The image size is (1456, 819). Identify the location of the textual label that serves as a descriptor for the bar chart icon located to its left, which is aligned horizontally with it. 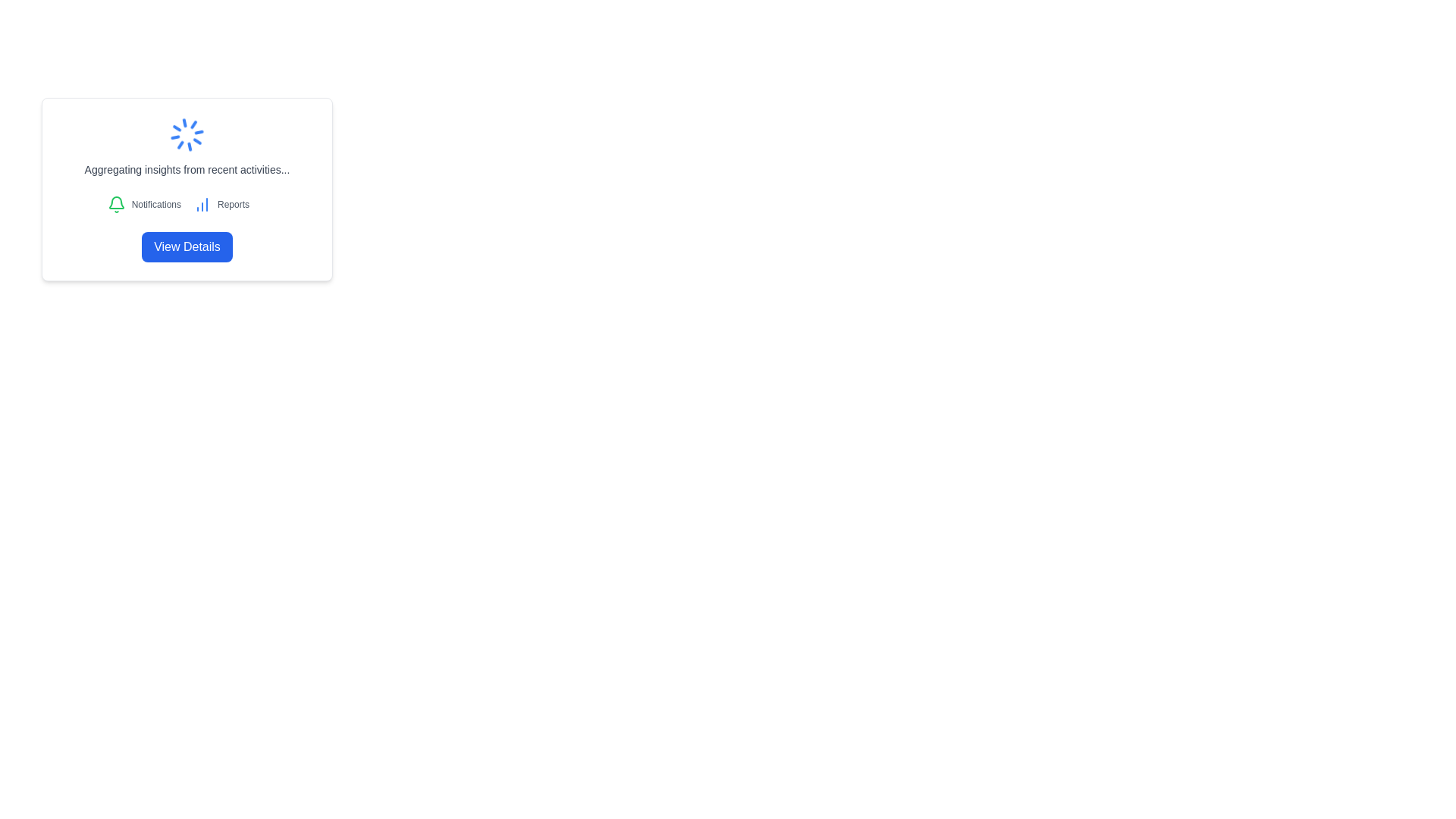
(232, 205).